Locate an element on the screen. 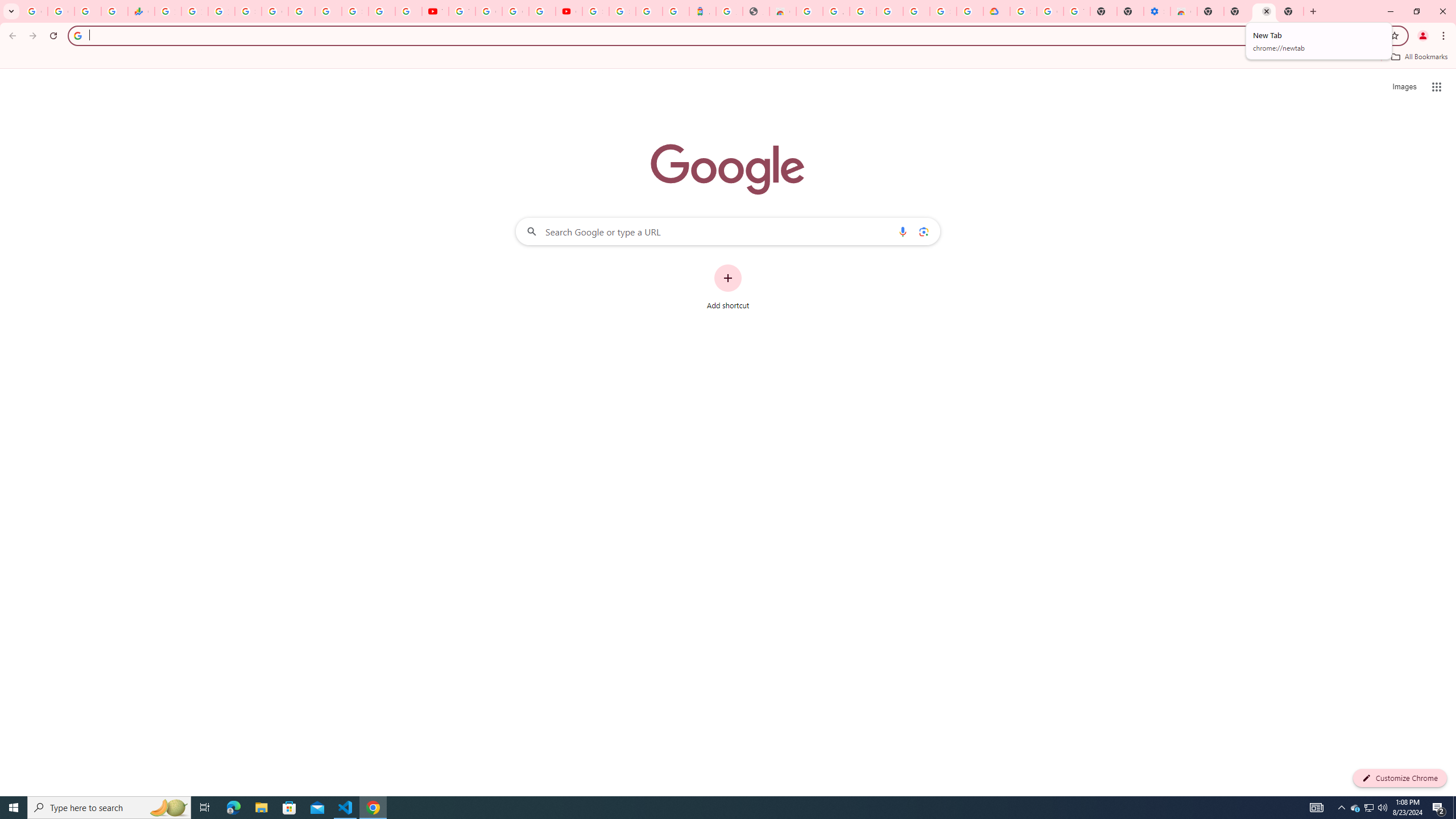 Image resolution: width=1456 pixels, height=819 pixels. 'Chrome Web Store - Accessibility extensions' is located at coordinates (1183, 11).